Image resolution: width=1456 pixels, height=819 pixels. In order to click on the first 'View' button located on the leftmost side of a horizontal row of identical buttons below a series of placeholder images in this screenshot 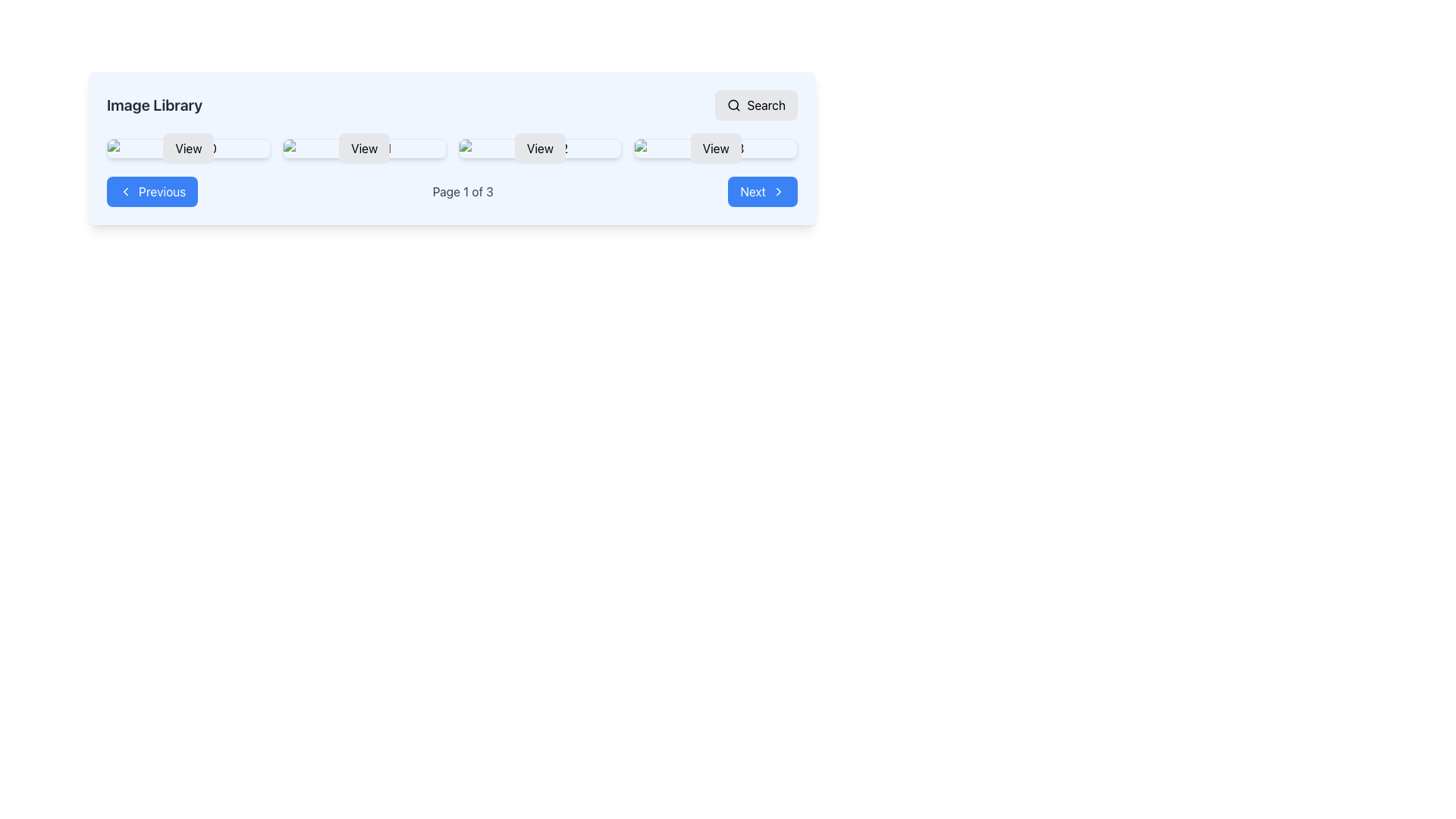, I will do `click(187, 149)`.